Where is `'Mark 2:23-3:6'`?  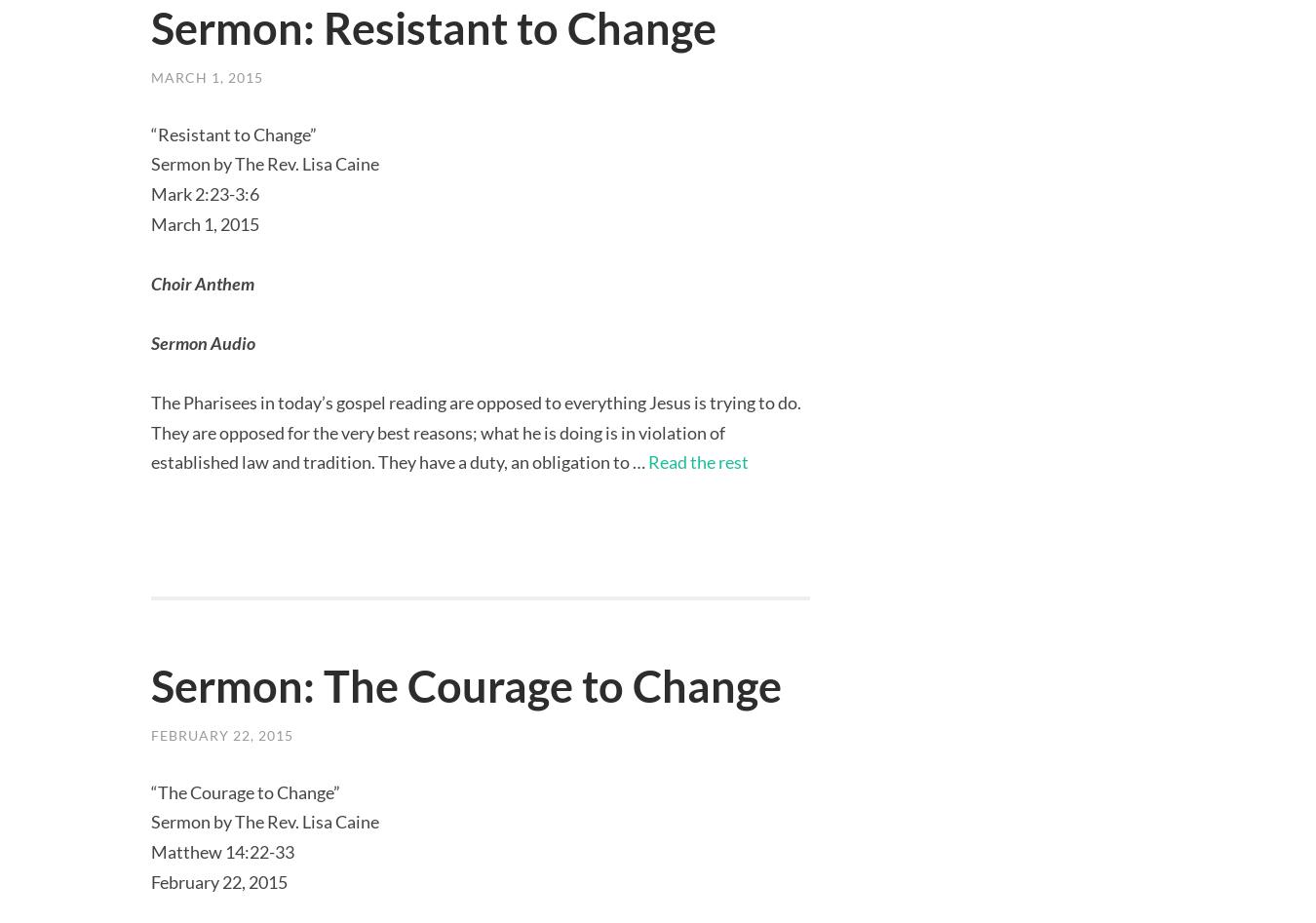 'Mark 2:23-3:6' is located at coordinates (205, 193).